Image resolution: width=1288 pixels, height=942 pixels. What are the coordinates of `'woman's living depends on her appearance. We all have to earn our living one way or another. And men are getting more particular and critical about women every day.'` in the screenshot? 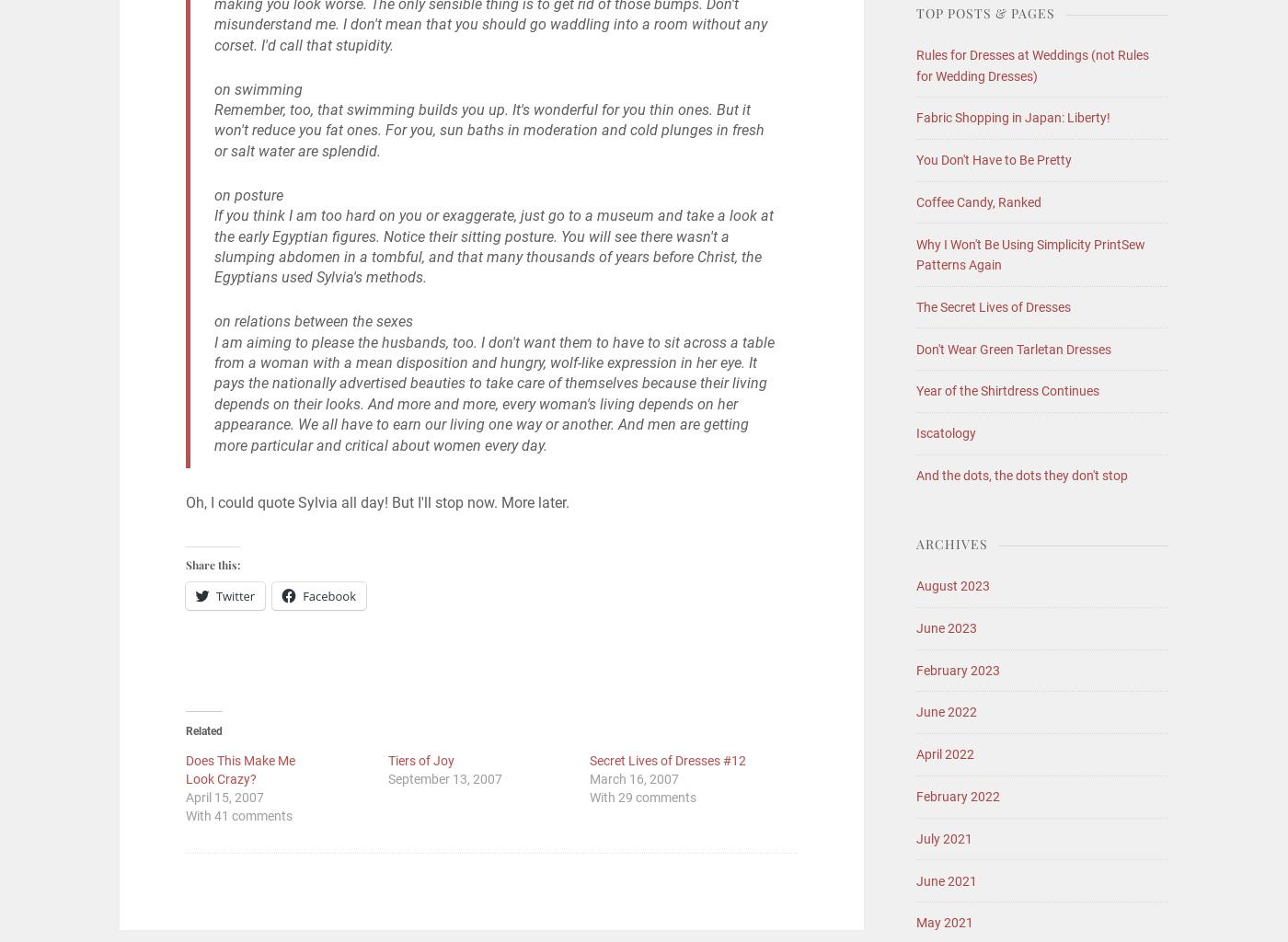 It's located at (480, 424).